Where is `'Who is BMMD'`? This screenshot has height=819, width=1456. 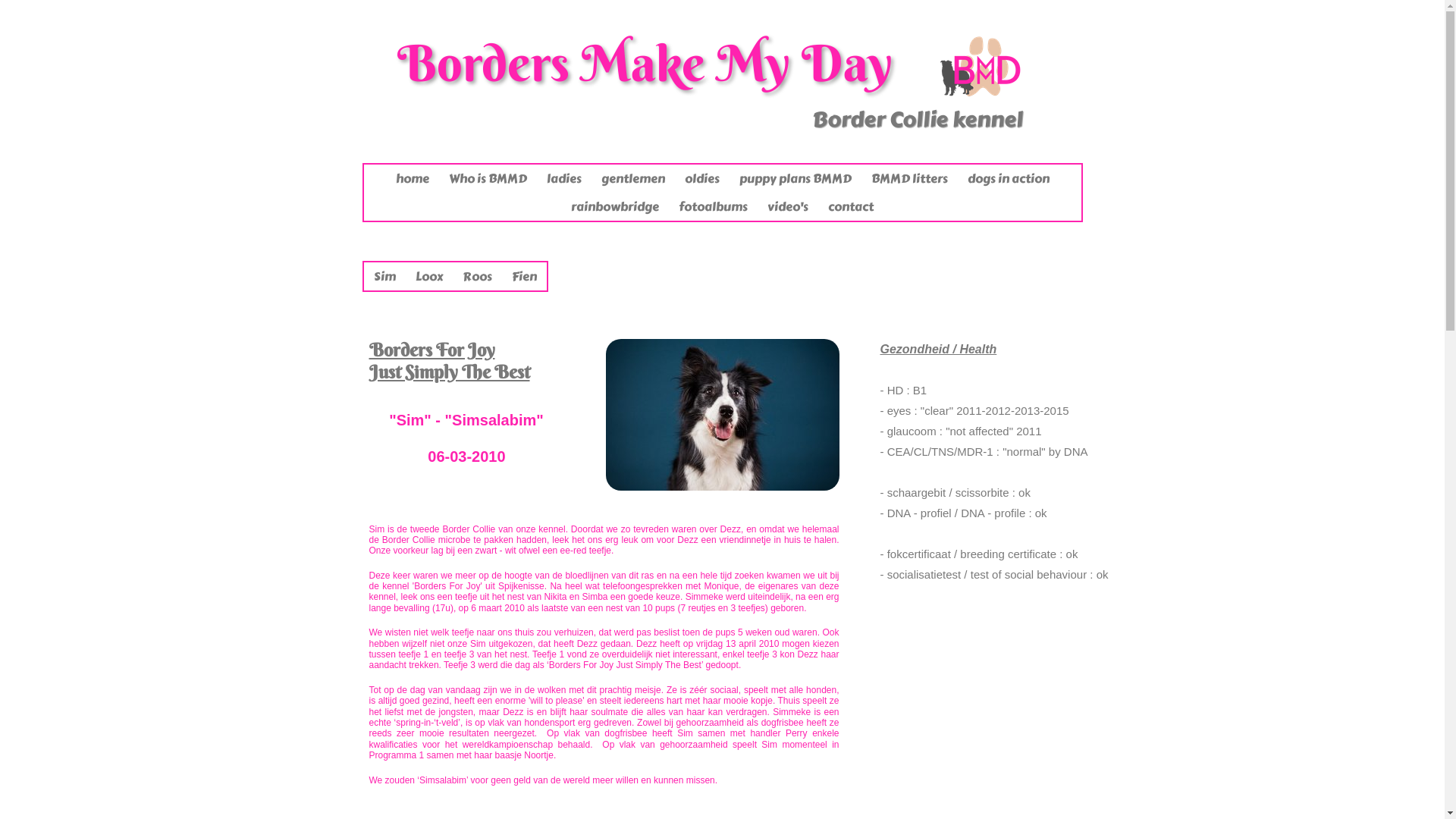
'Who is BMMD' is located at coordinates (487, 177).